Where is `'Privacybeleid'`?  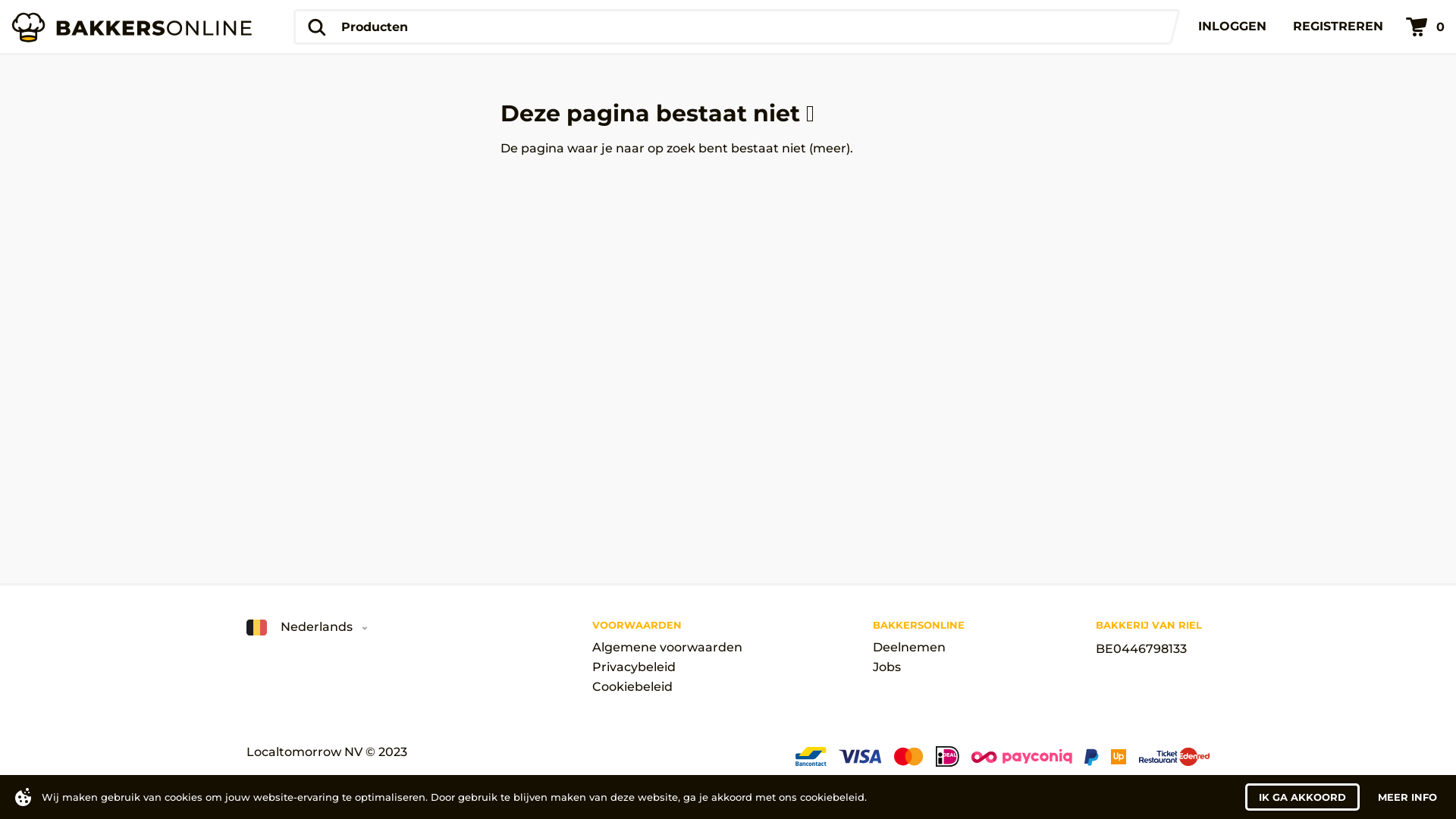
'Privacybeleid' is located at coordinates (666, 666).